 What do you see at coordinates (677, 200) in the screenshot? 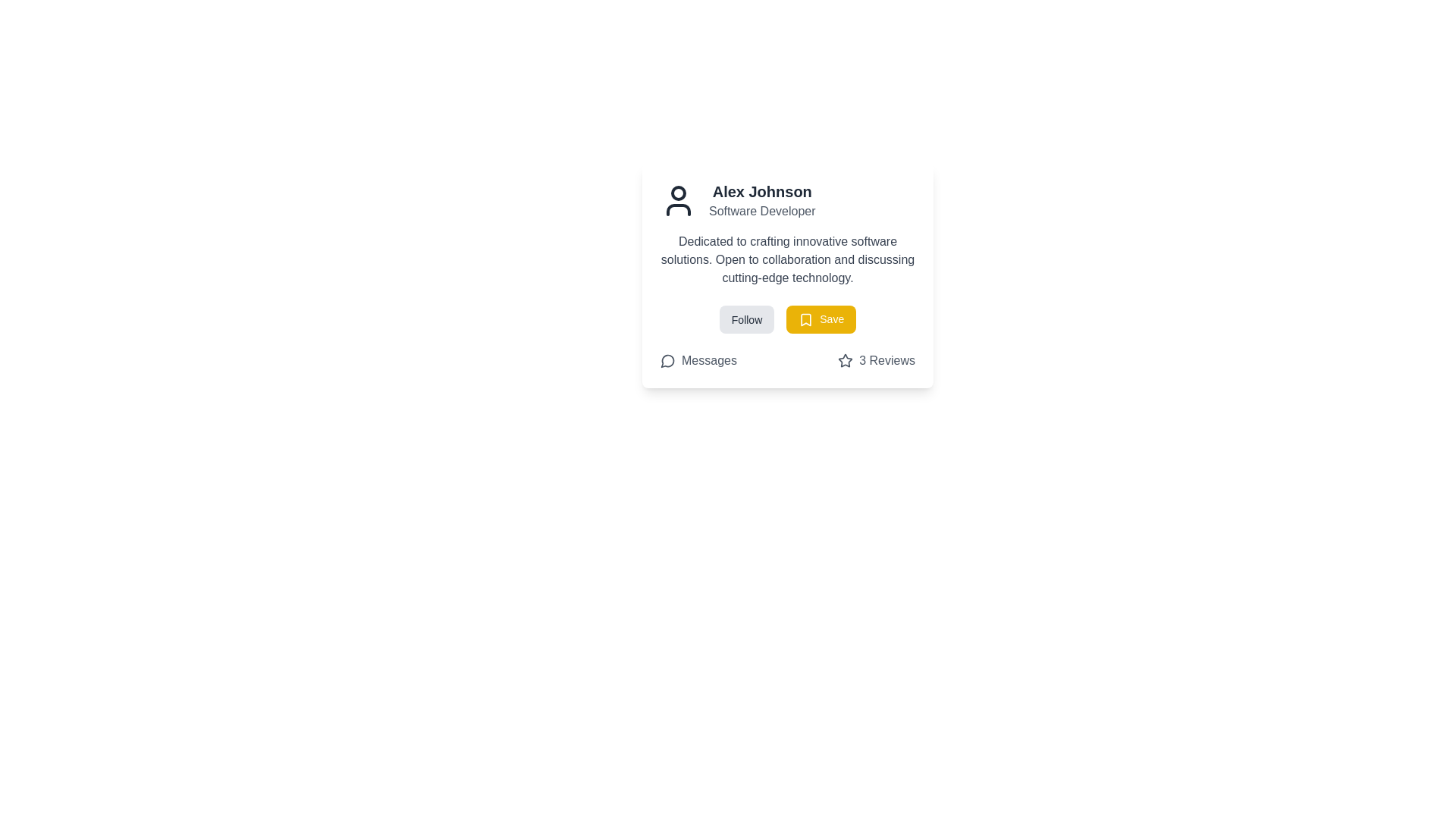
I see `the user profile icon, which is a stylized black head and shoulders outline located at the top left corner of the profile card next to 'Alex Johnson' and 'Software Developer'` at bounding box center [677, 200].